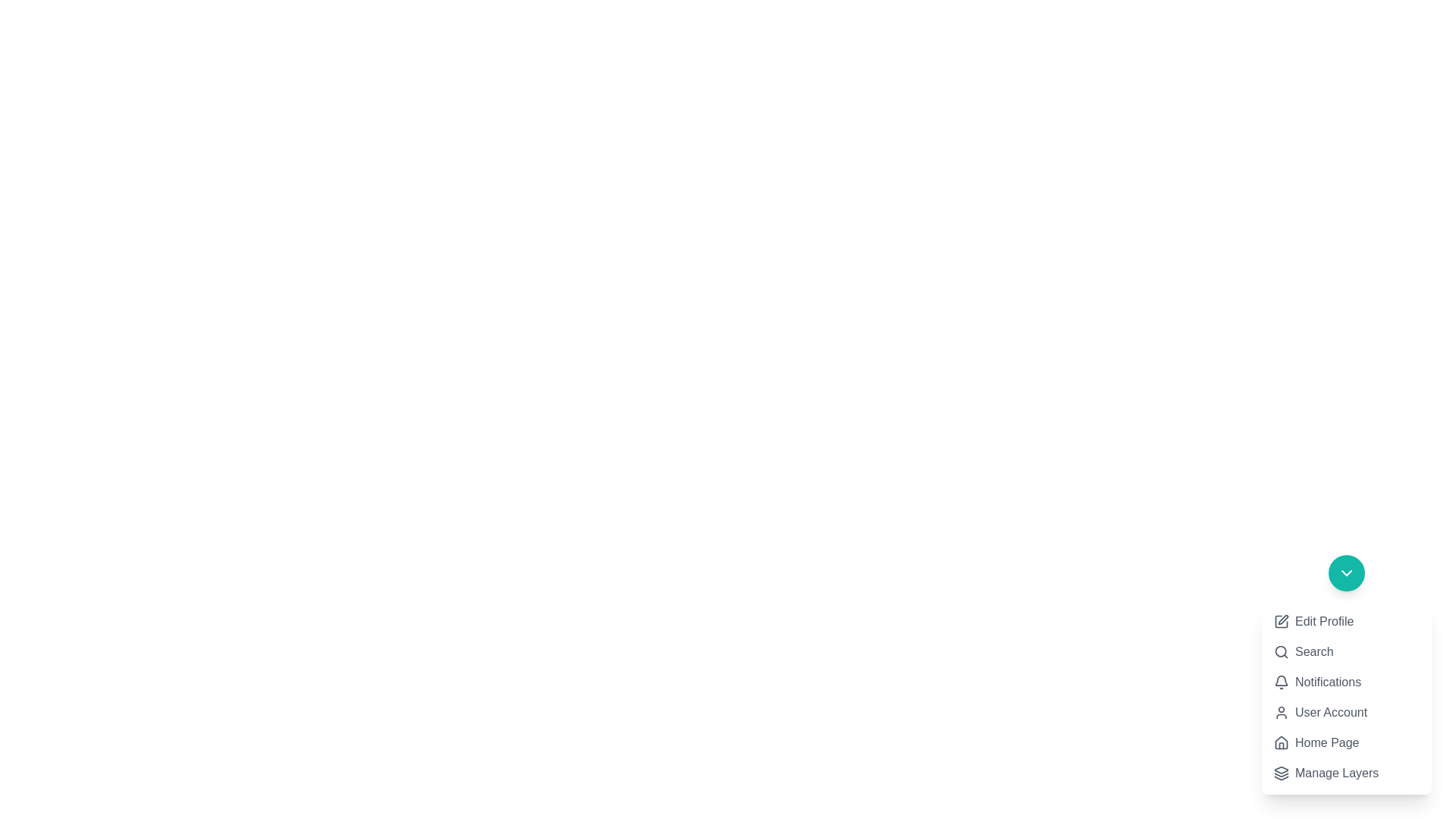 The width and height of the screenshot is (1456, 819). I want to click on the circular teal button with a white downward chevron icon to observe its hover effects, so click(1347, 573).